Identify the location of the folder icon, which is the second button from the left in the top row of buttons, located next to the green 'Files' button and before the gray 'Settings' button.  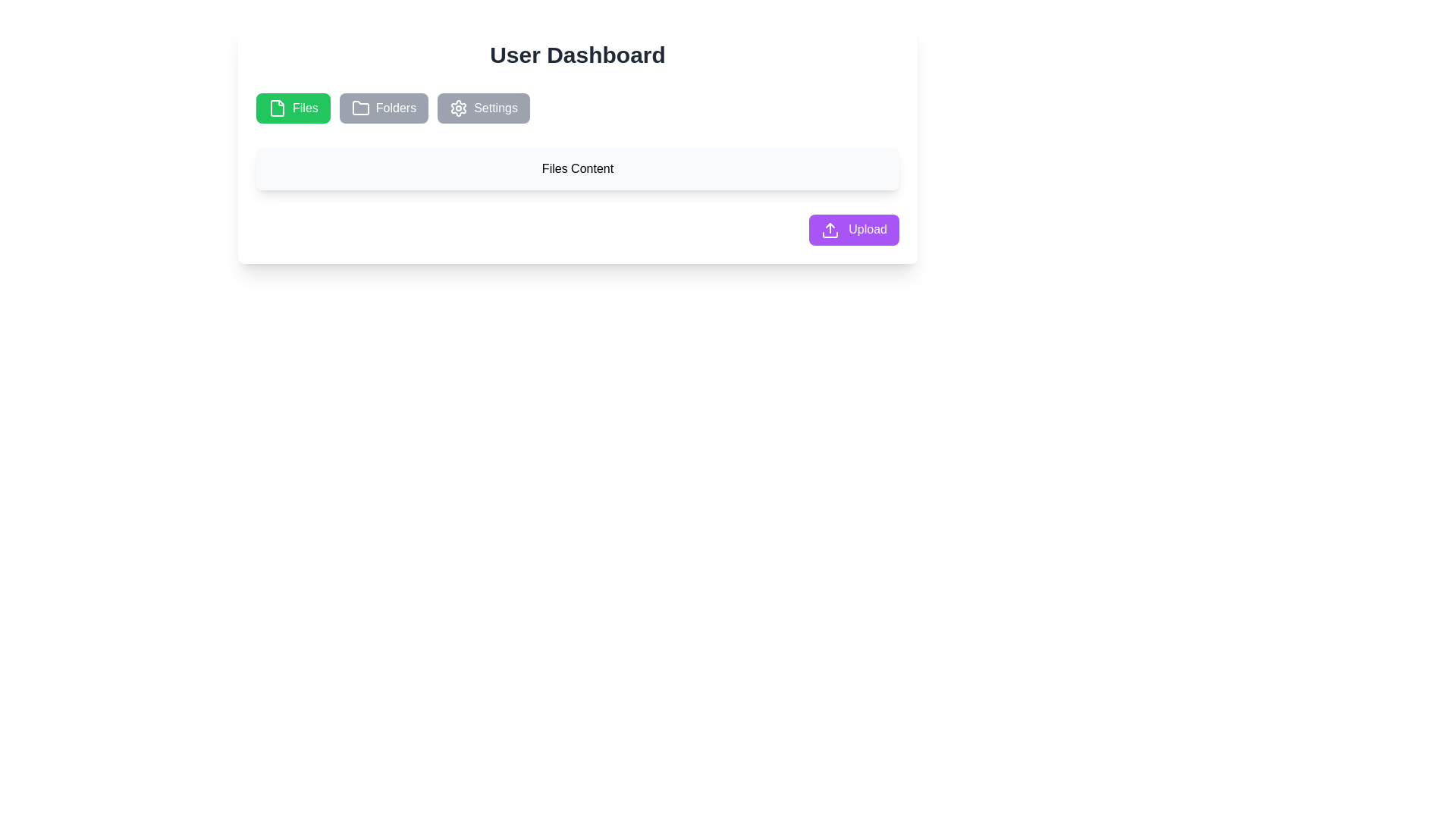
(359, 107).